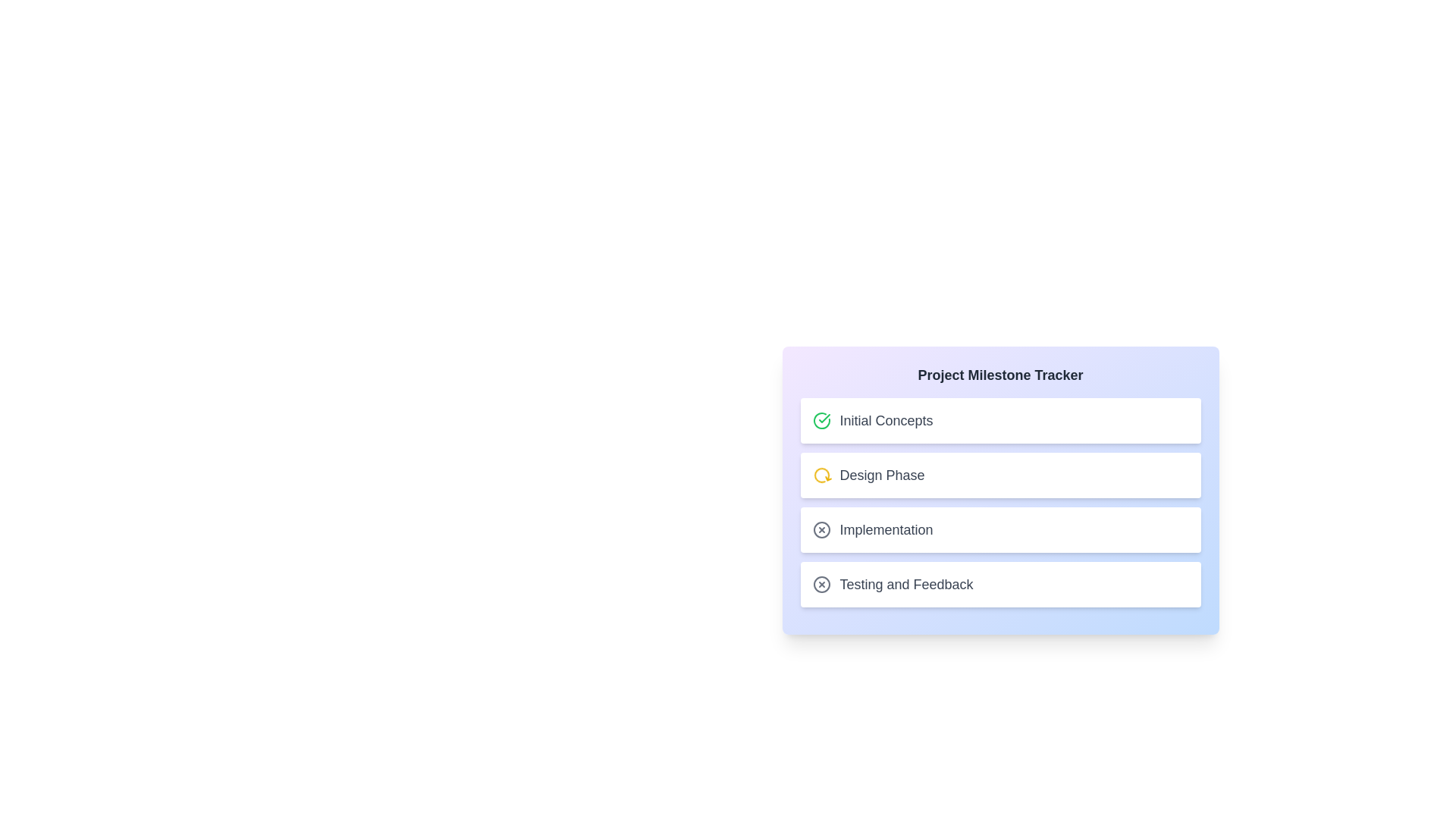 The image size is (1456, 819). What do you see at coordinates (886, 421) in the screenshot?
I see `the Text Label indicating the milestone step 'Initial Concepts' in the Project Milestone Tracker` at bounding box center [886, 421].